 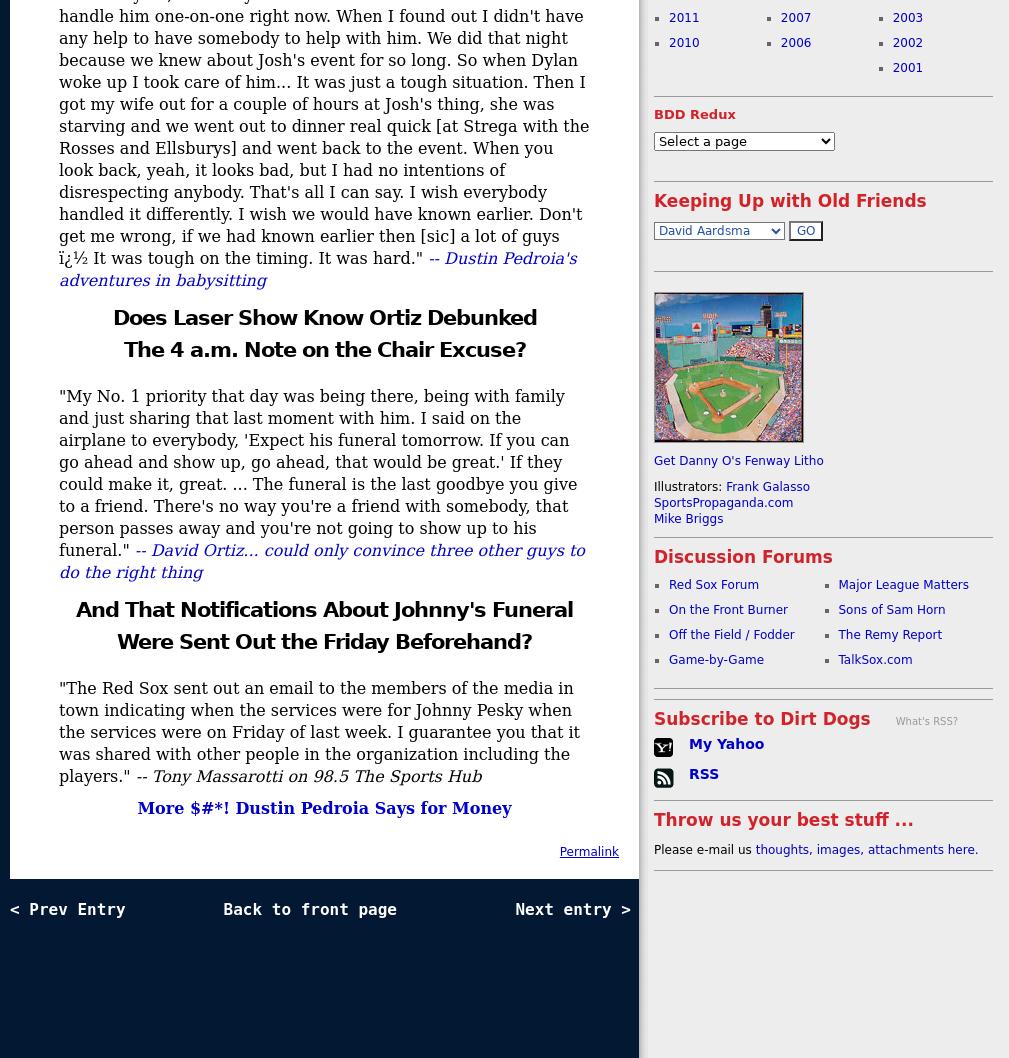 What do you see at coordinates (703, 774) in the screenshot?
I see `'RSS'` at bounding box center [703, 774].